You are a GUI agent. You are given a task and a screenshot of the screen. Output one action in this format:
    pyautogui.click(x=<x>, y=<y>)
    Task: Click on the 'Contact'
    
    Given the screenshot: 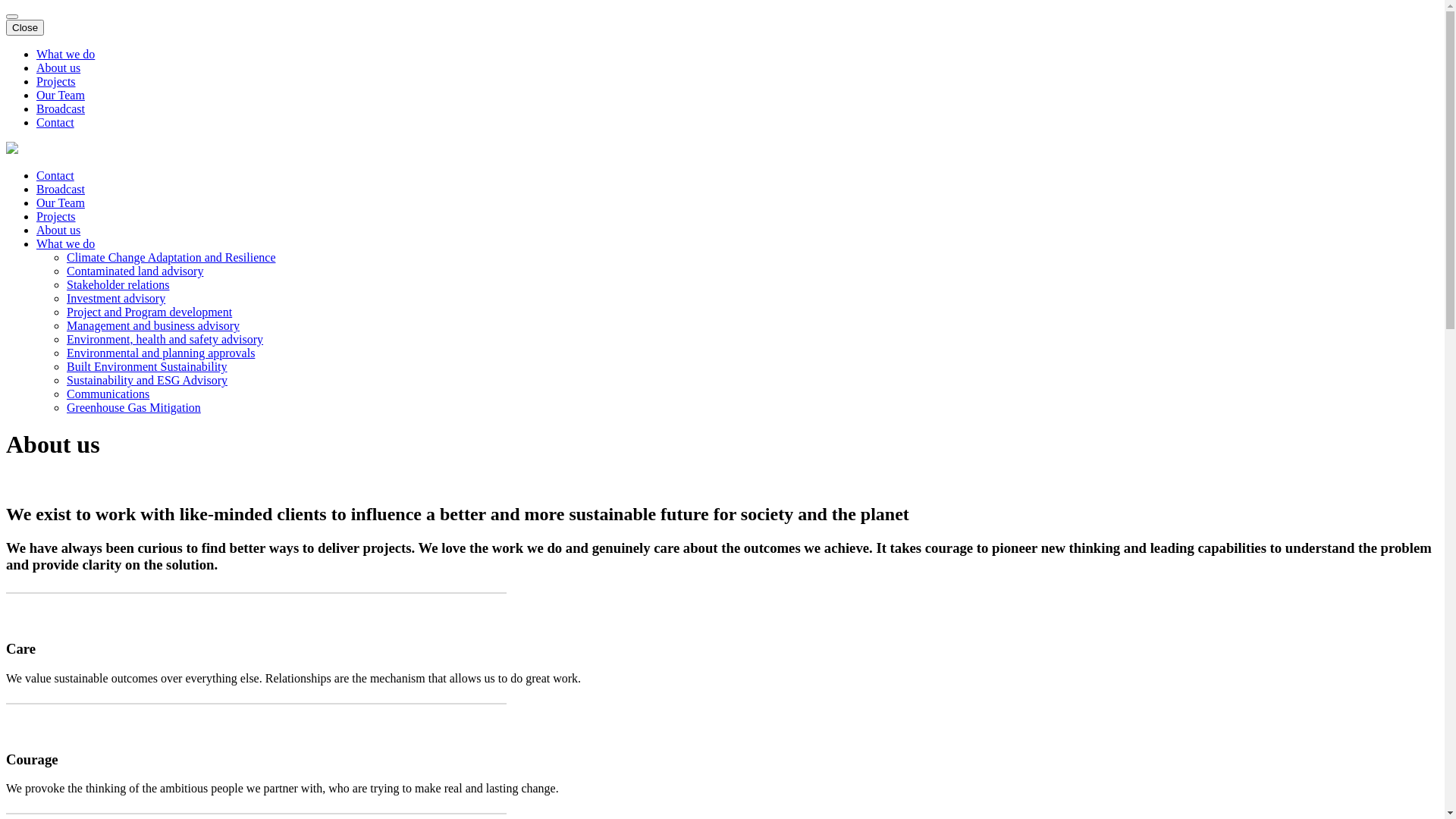 What is the action you would take?
    pyautogui.click(x=55, y=174)
    